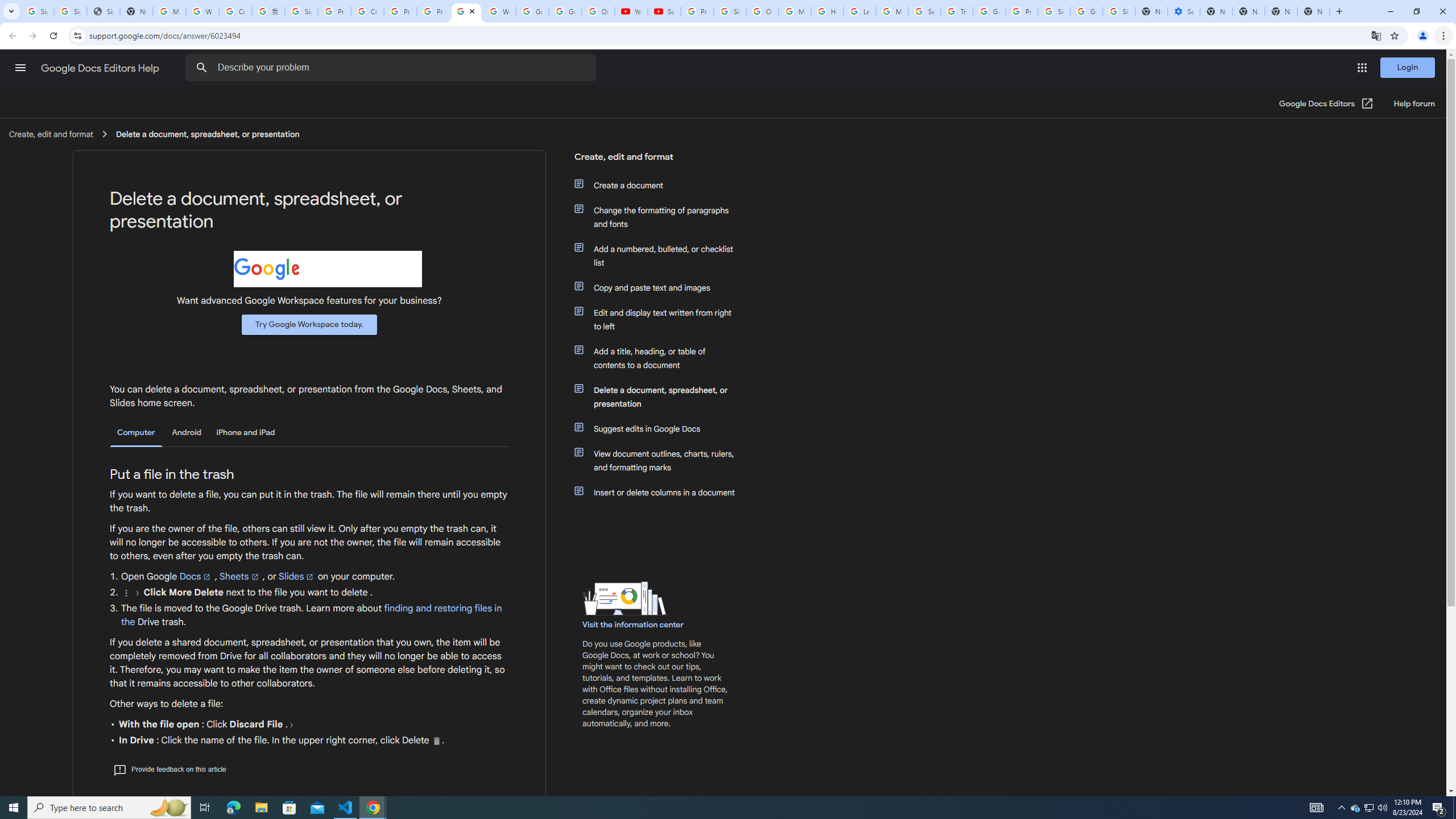 Image resolution: width=1456 pixels, height=819 pixels. What do you see at coordinates (661, 255) in the screenshot?
I see `'Add a numbered, bulleted, or checklist list'` at bounding box center [661, 255].